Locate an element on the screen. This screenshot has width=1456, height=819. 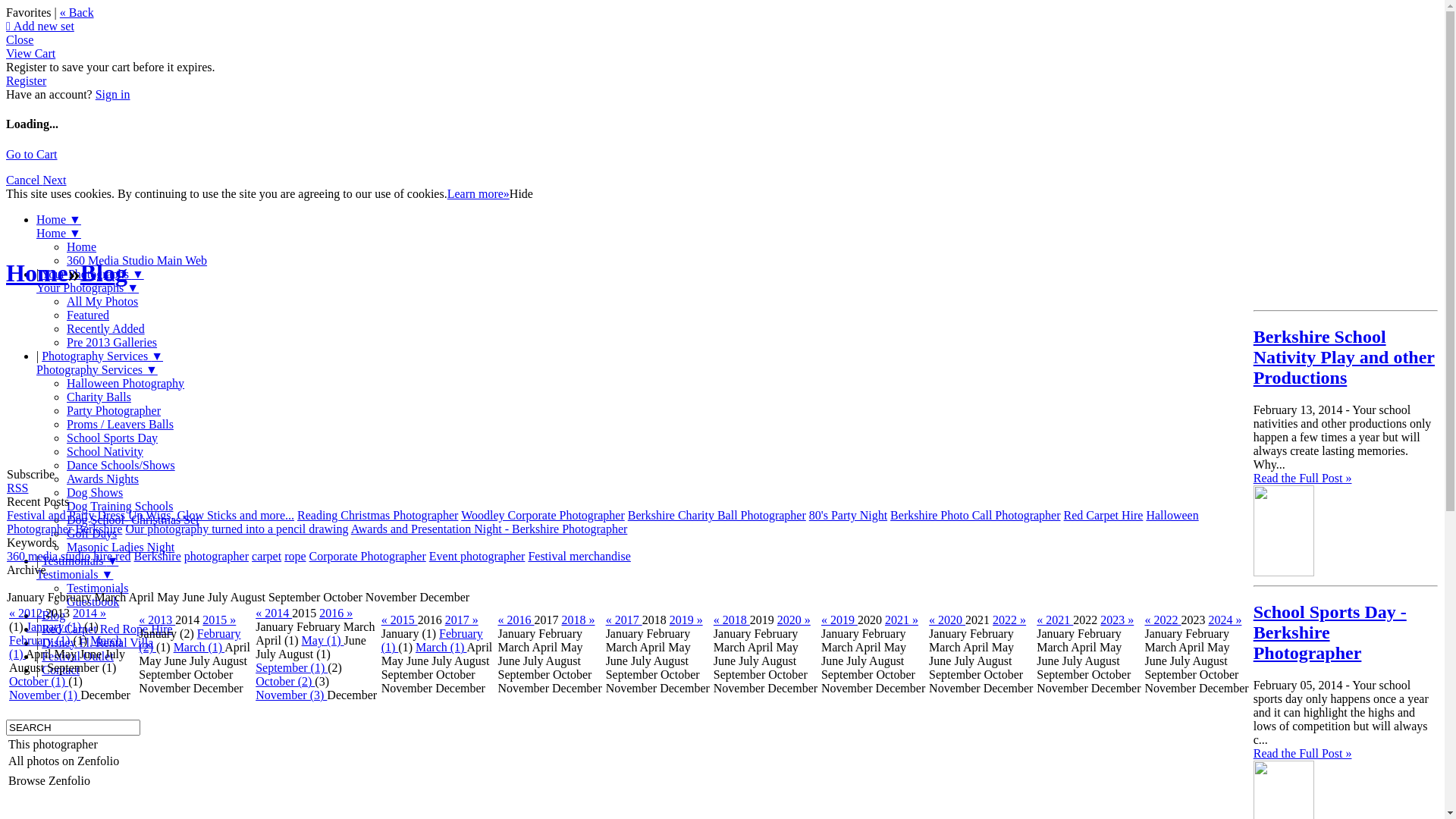
'Charity Balls' is located at coordinates (98, 396).